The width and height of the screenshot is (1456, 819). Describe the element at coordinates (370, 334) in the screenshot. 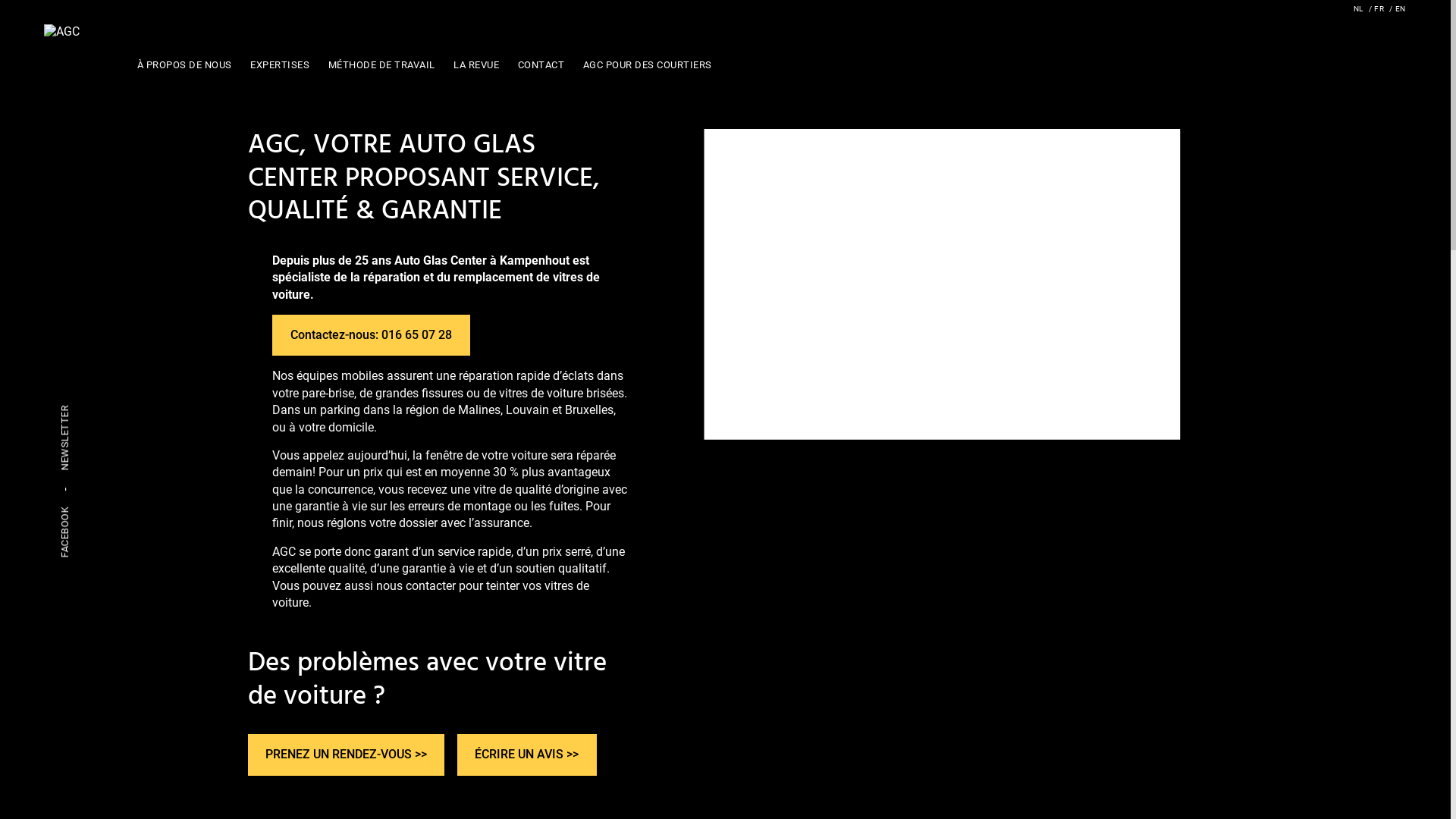

I see `'Contactez-nous: 016 65 07 28'` at that location.